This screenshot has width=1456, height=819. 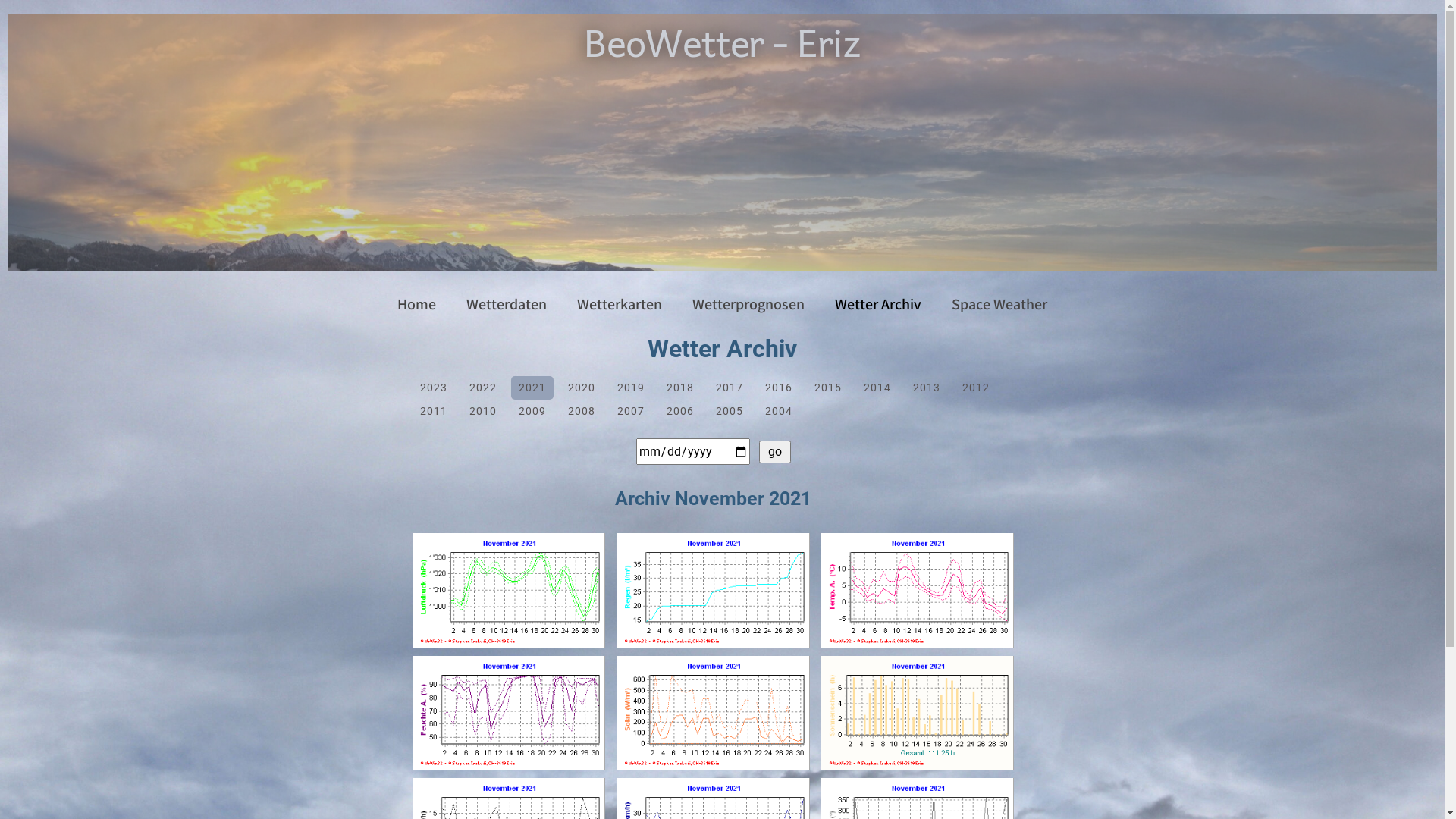 What do you see at coordinates (382, 304) in the screenshot?
I see `'Home'` at bounding box center [382, 304].